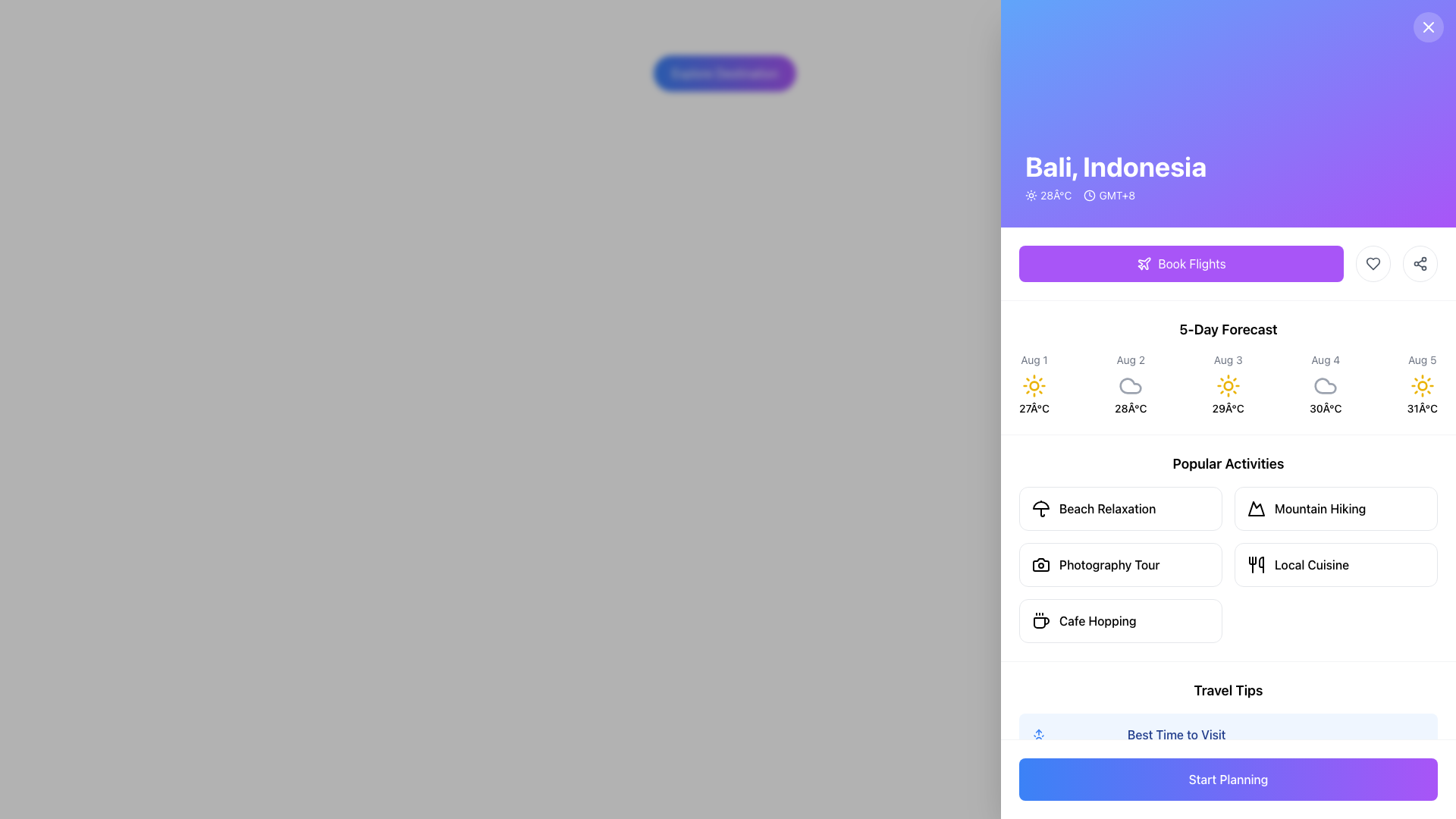  What do you see at coordinates (1040, 509) in the screenshot?
I see `the 'Beach Relaxation' icon in the 'Popular Activities' section, located at the top-left corner adjacent to the text label 'Beach Relaxation'` at bounding box center [1040, 509].